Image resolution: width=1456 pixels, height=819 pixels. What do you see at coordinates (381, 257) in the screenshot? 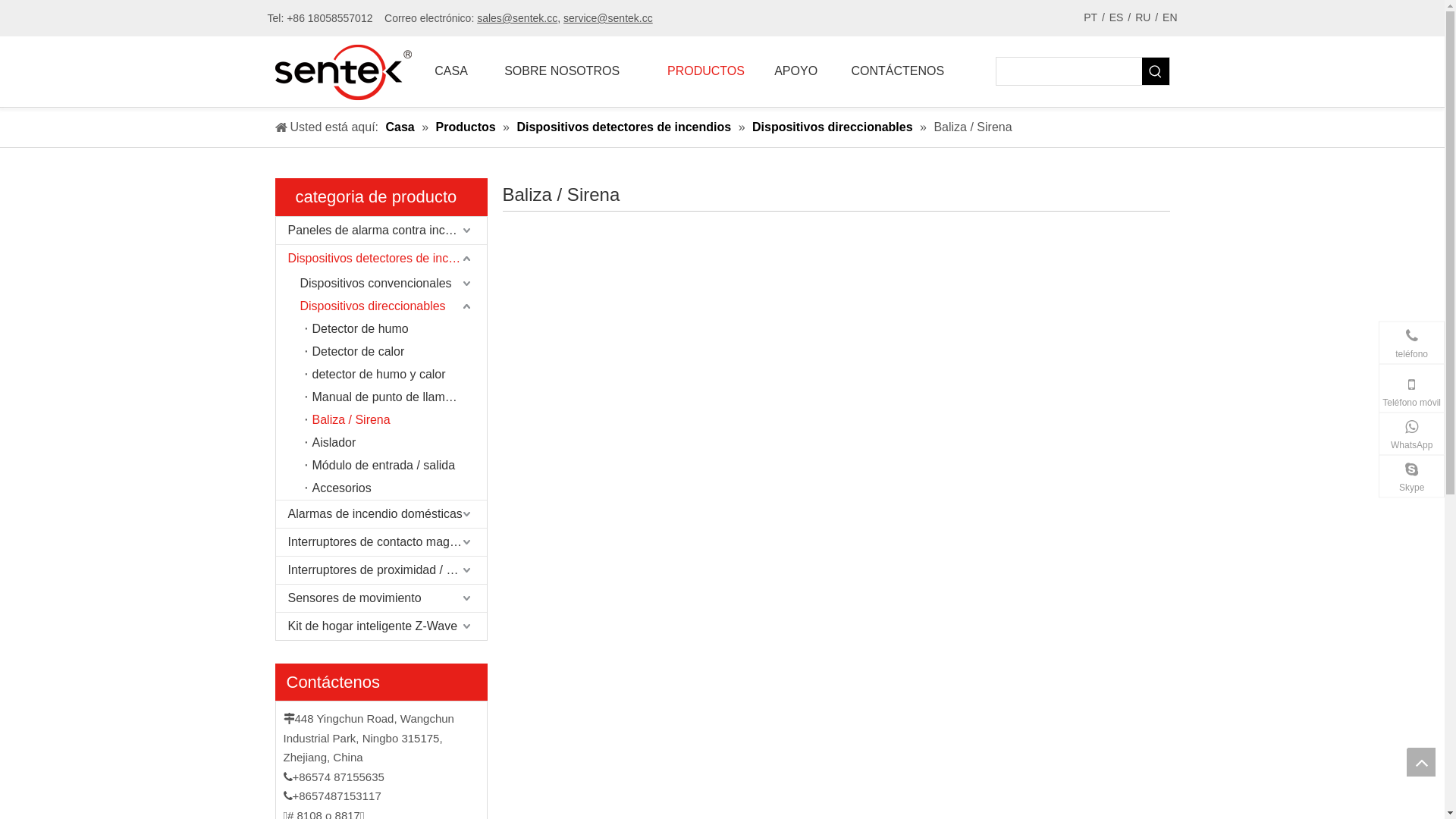
I see `'Dispositivos detectores de incendios'` at bounding box center [381, 257].